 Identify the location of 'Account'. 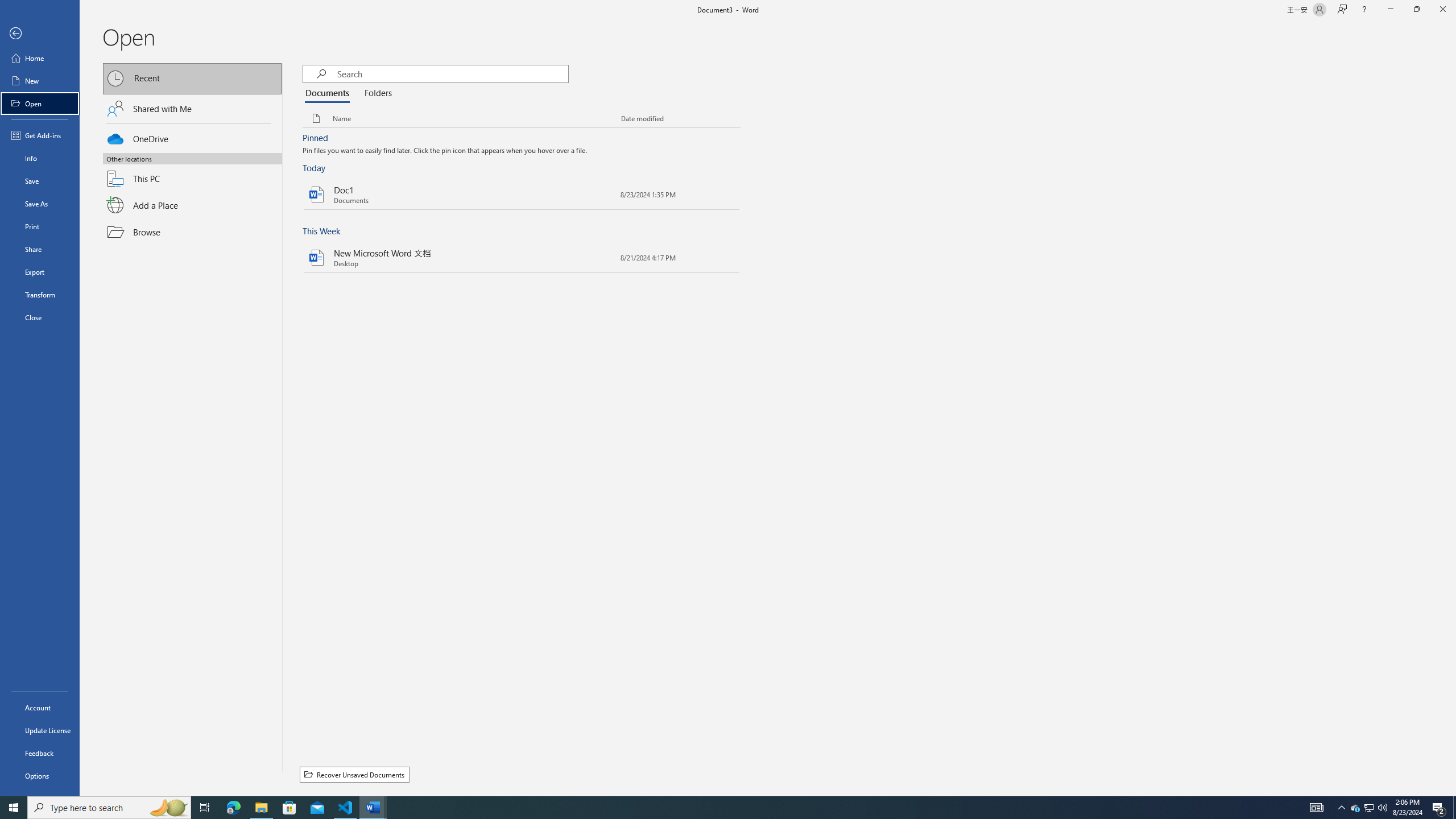
(39, 708).